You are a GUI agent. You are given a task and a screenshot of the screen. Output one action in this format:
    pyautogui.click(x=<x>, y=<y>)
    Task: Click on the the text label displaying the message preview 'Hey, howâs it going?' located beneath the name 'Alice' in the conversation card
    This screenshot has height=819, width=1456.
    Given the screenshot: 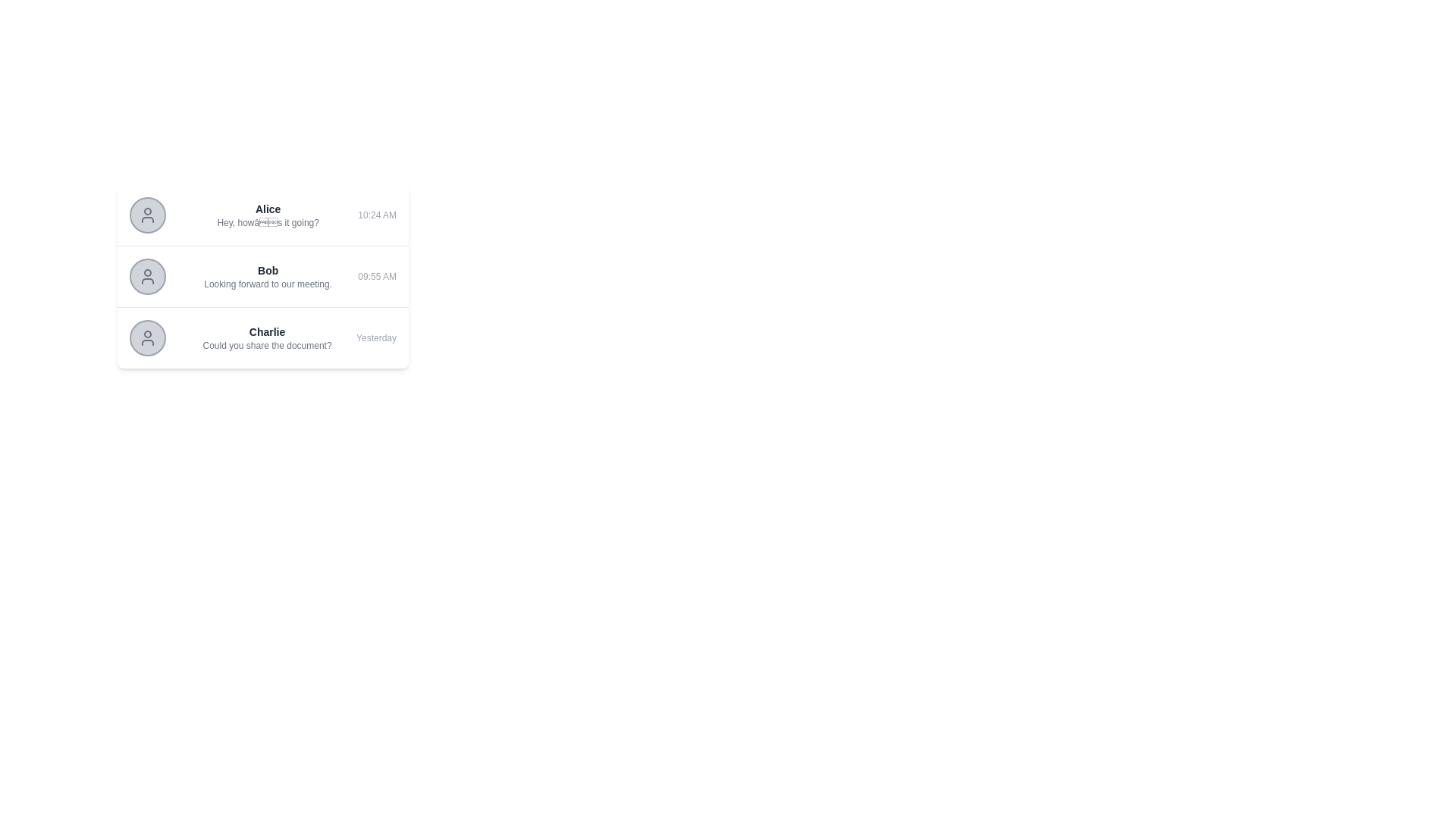 What is the action you would take?
    pyautogui.click(x=268, y=222)
    